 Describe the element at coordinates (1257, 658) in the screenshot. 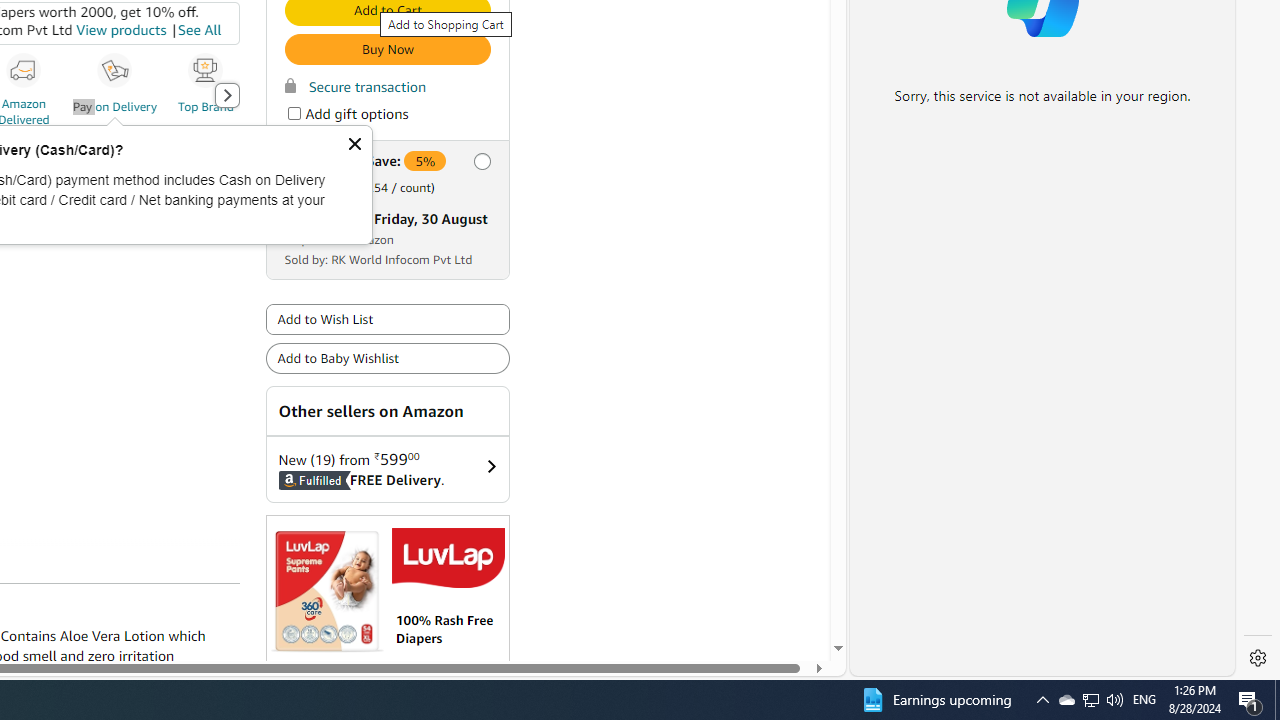

I see `'Settings'` at that location.